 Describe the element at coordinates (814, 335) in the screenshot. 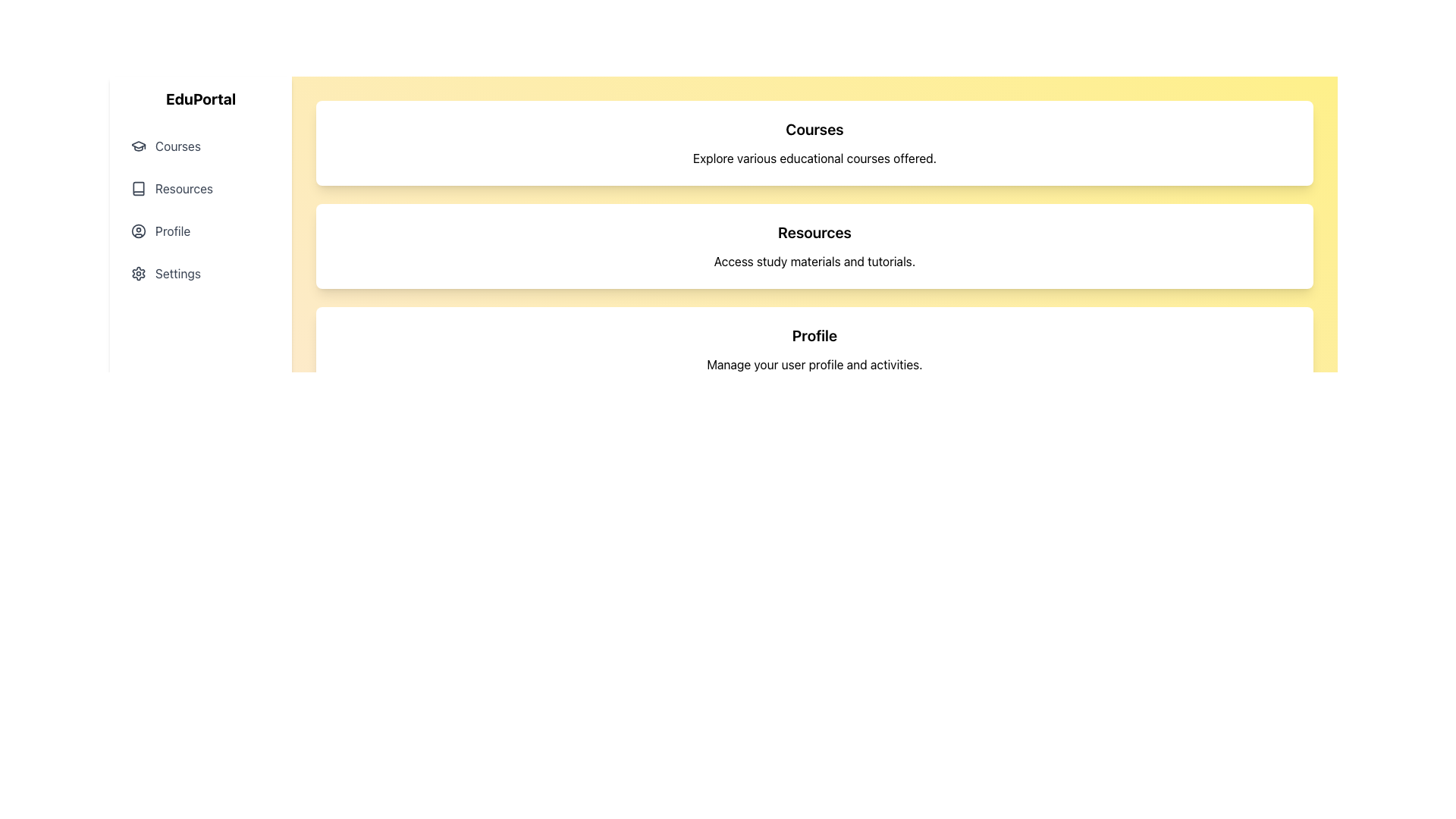

I see `the header text element labeled 'Profile', which is styled in bold and large font, indicating it is a header, and positioned above the description 'Manage your user profile and activities.'` at that location.